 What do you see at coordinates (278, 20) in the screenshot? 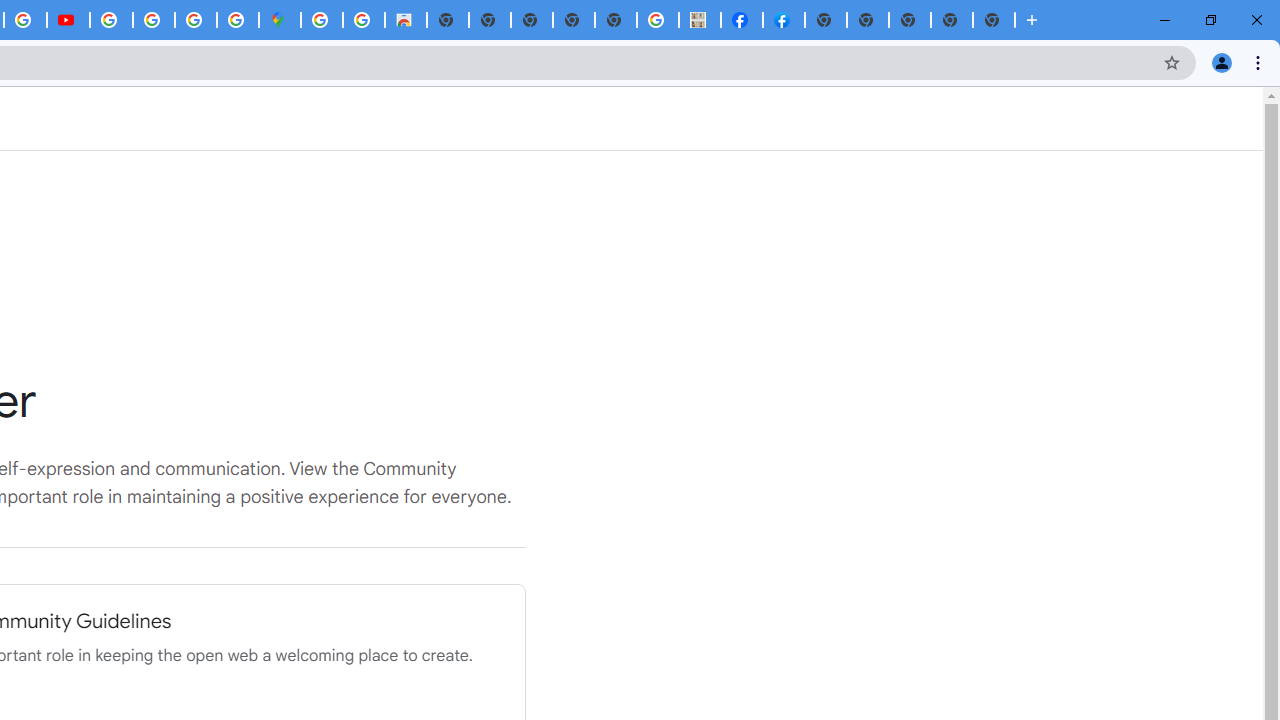
I see `'Google Maps'` at bounding box center [278, 20].